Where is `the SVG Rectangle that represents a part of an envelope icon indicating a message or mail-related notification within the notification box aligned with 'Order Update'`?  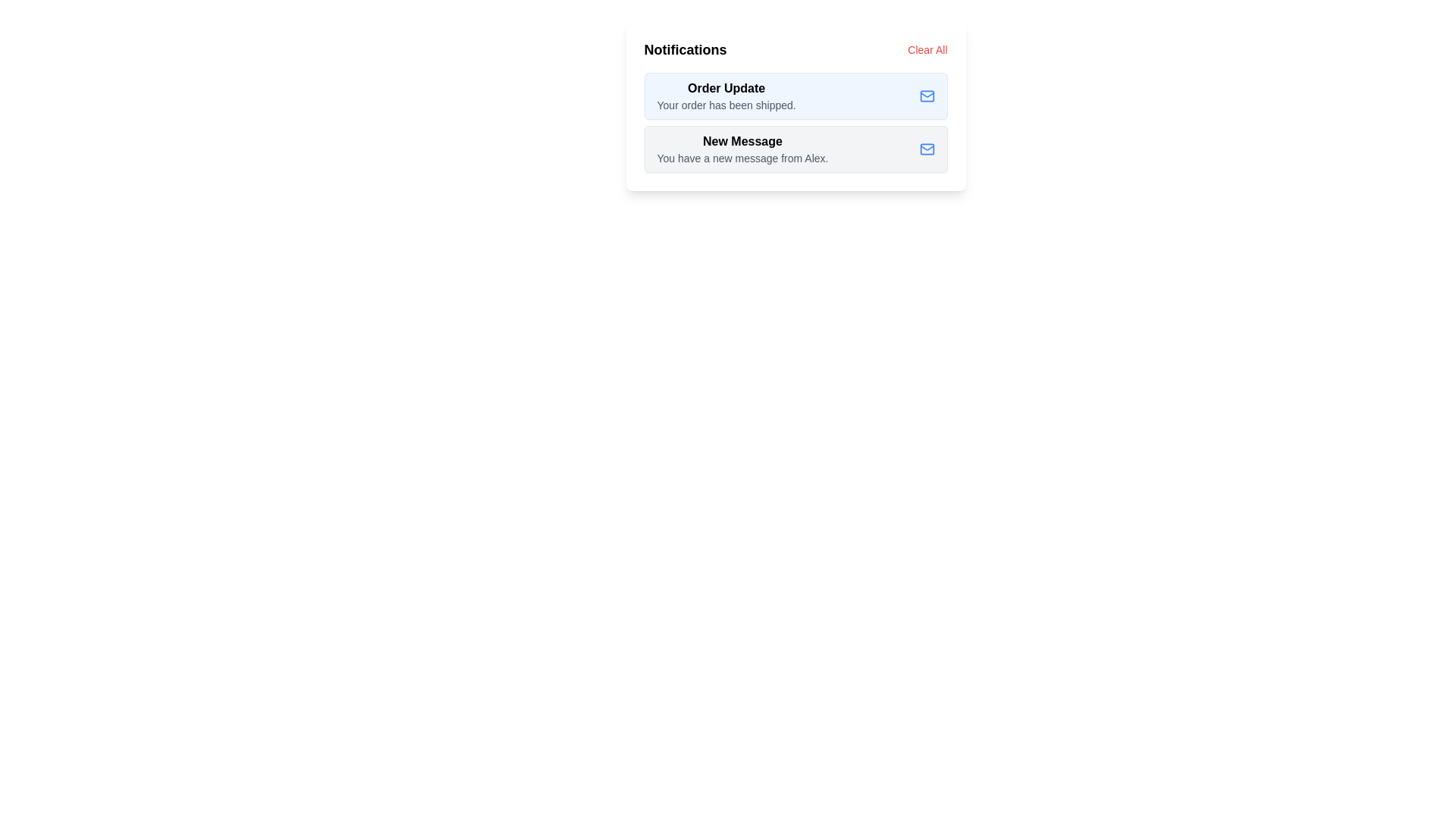 the SVG Rectangle that represents a part of an envelope icon indicating a message or mail-related notification within the notification box aligned with 'Order Update' is located at coordinates (926, 96).